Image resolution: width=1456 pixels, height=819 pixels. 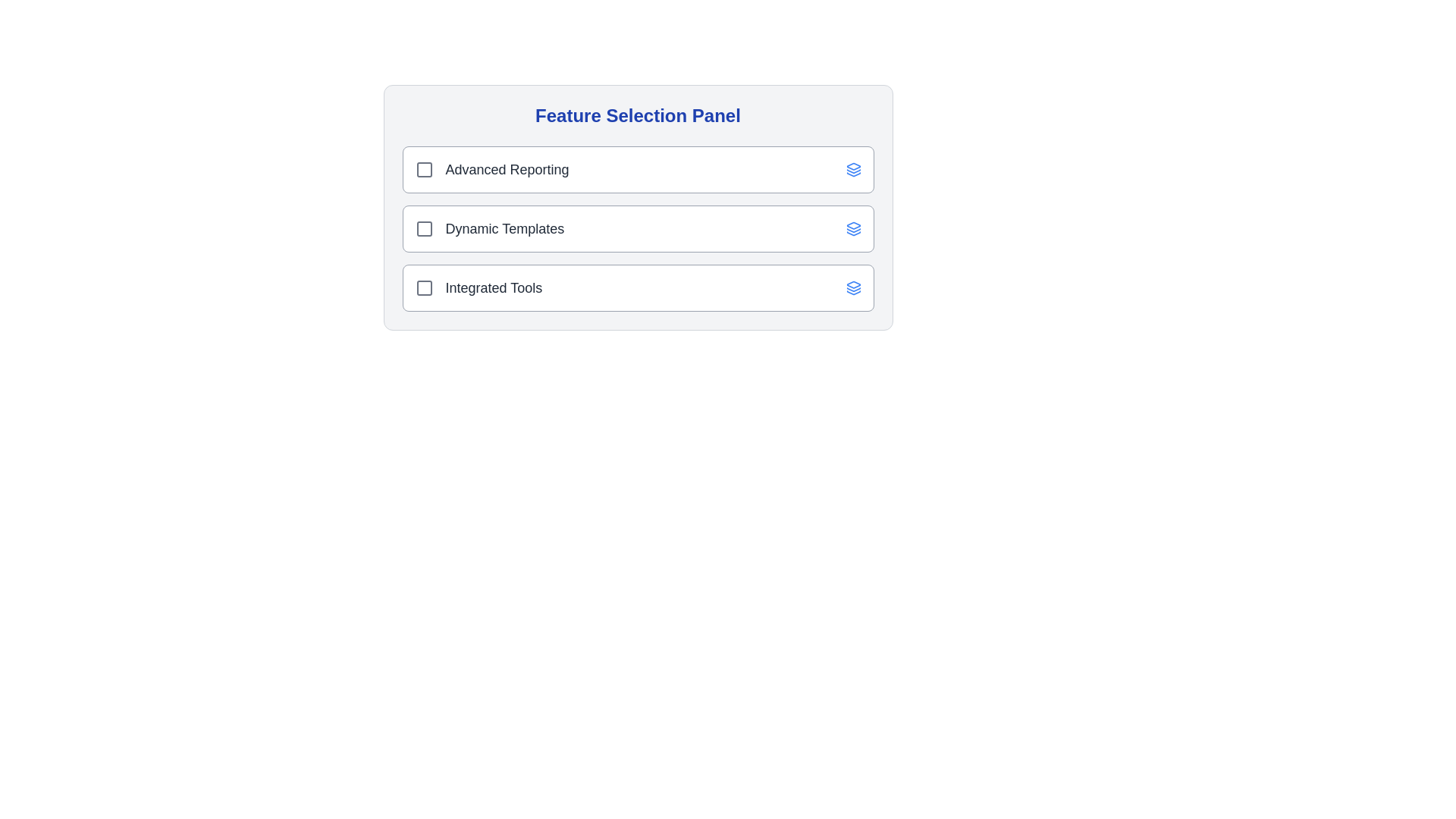 I want to click on the 'Integrated Tools' text label located in the third row of the 'Feature Selection Panel', which is displayed in a bold font style and medium gray color, so click(x=494, y=288).